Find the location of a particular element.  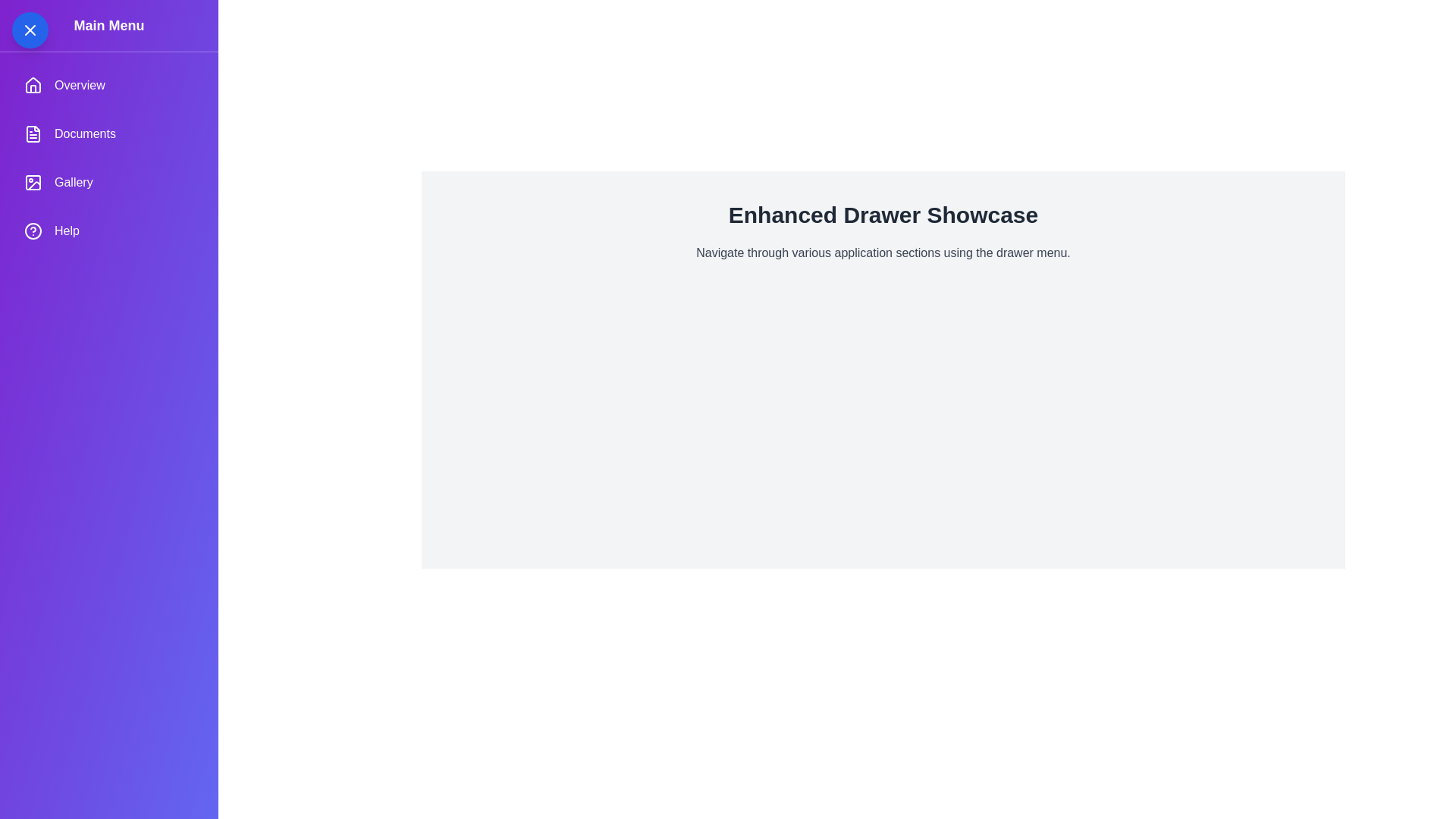

button at the top-left corner to toggle the visibility of the drawer menu is located at coordinates (30, 30).